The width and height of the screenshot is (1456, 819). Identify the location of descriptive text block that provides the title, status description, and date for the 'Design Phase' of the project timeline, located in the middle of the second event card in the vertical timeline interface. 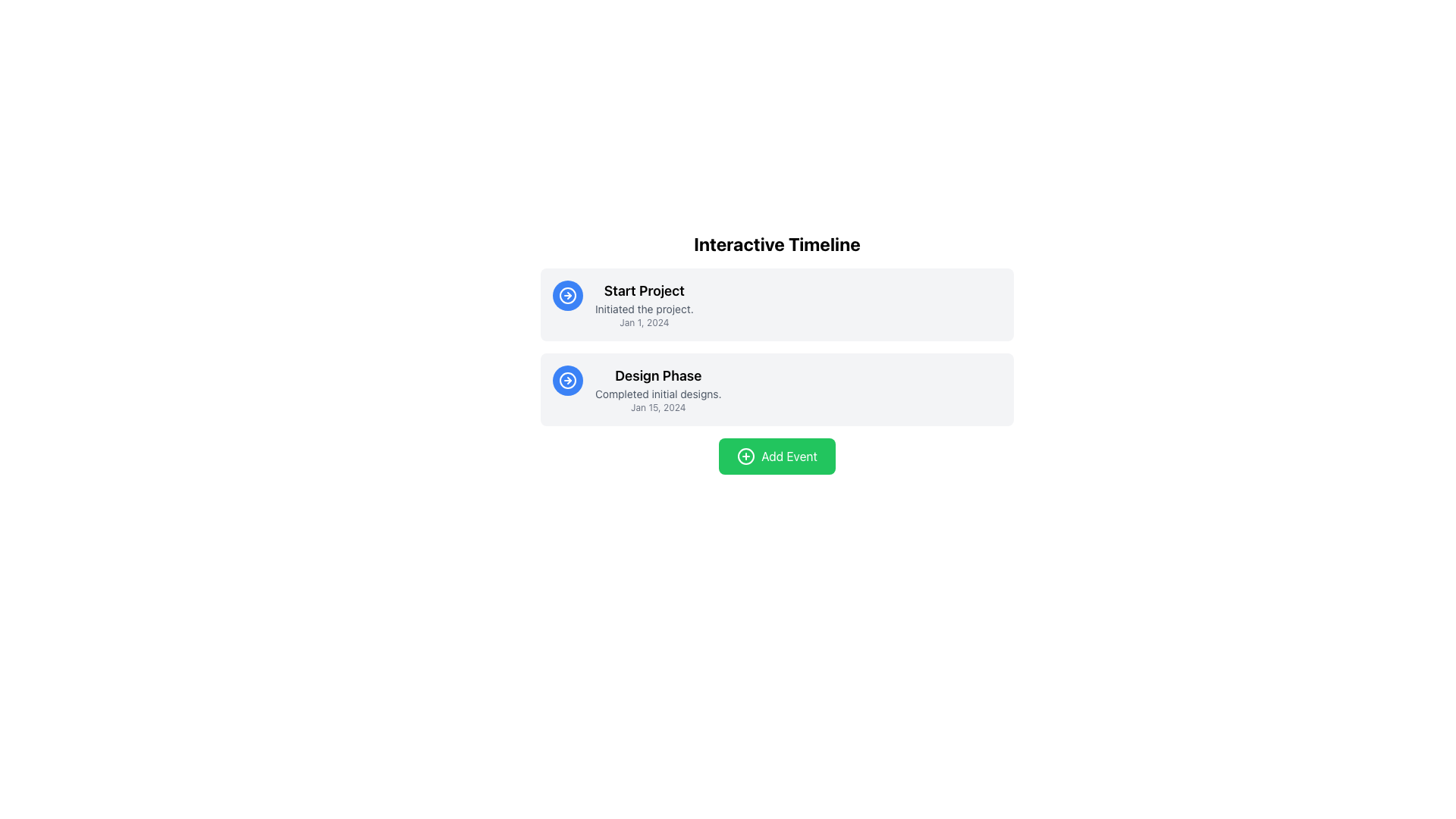
(658, 388).